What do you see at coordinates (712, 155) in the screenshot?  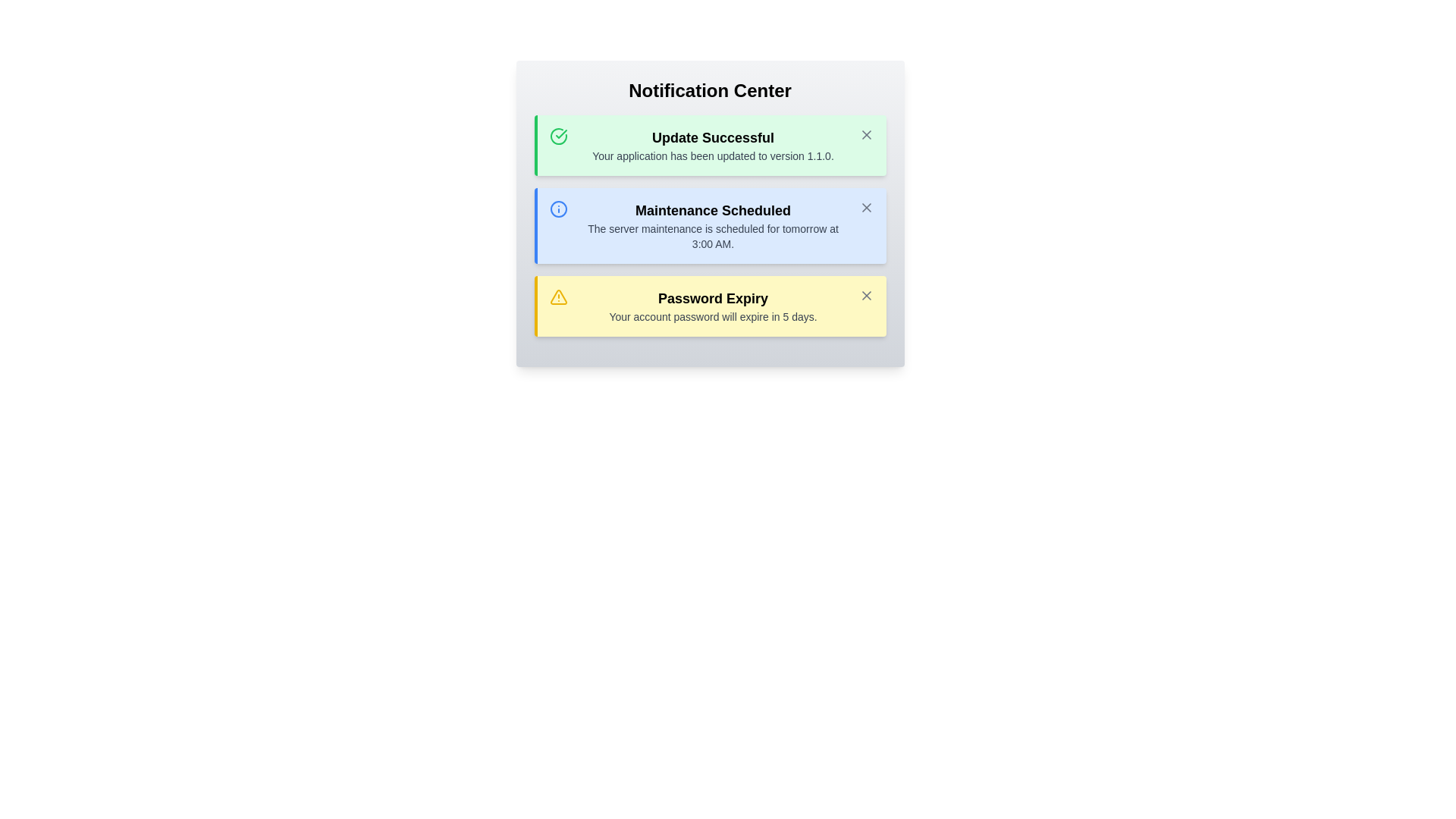 I see `static text displaying 'Your application has been updated to version 1.1.0.' located in the topmost notification card of the Notification Center, beneath the heading 'Update Successful.'` at bounding box center [712, 155].